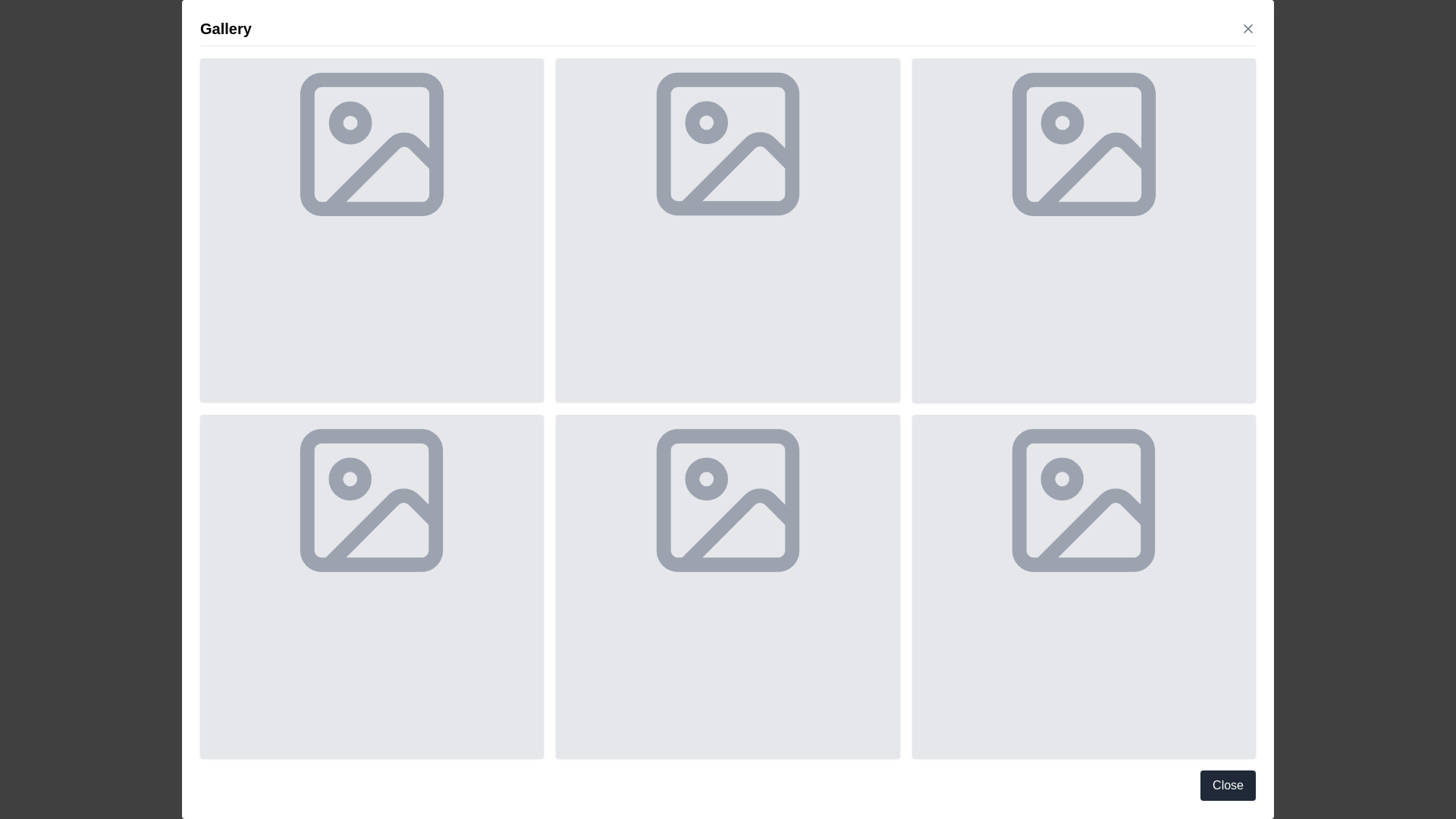 The image size is (1456, 819). What do you see at coordinates (372, 500) in the screenshot?
I see `the Image placeholder (SVG Icon) located in the central column of the second row in a 3x2 grid layout, which features a circle and a slanted line in gray color` at bounding box center [372, 500].